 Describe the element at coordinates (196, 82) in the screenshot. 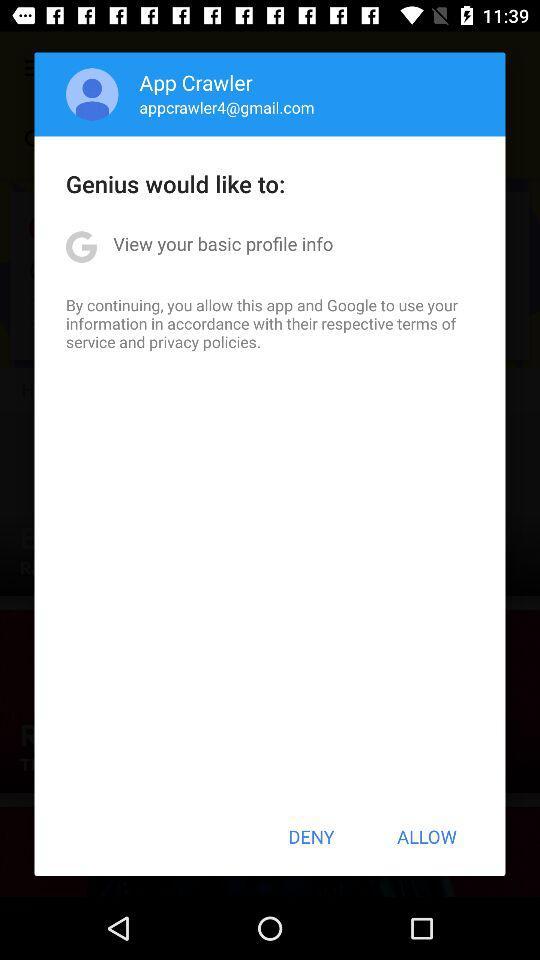

I see `app crawler icon` at that location.